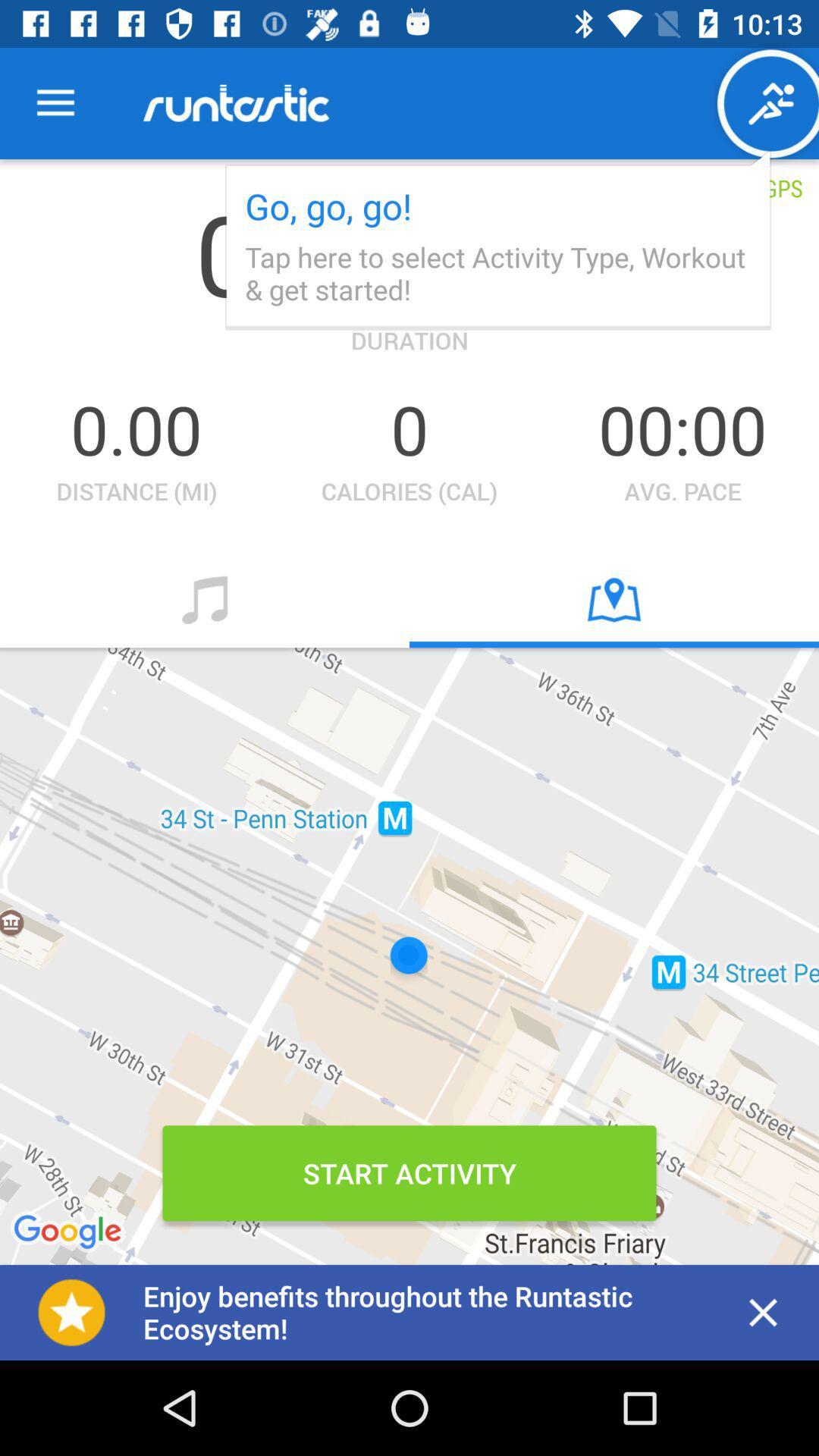 This screenshot has width=819, height=1456. What do you see at coordinates (763, 1312) in the screenshot?
I see `the close icon` at bounding box center [763, 1312].